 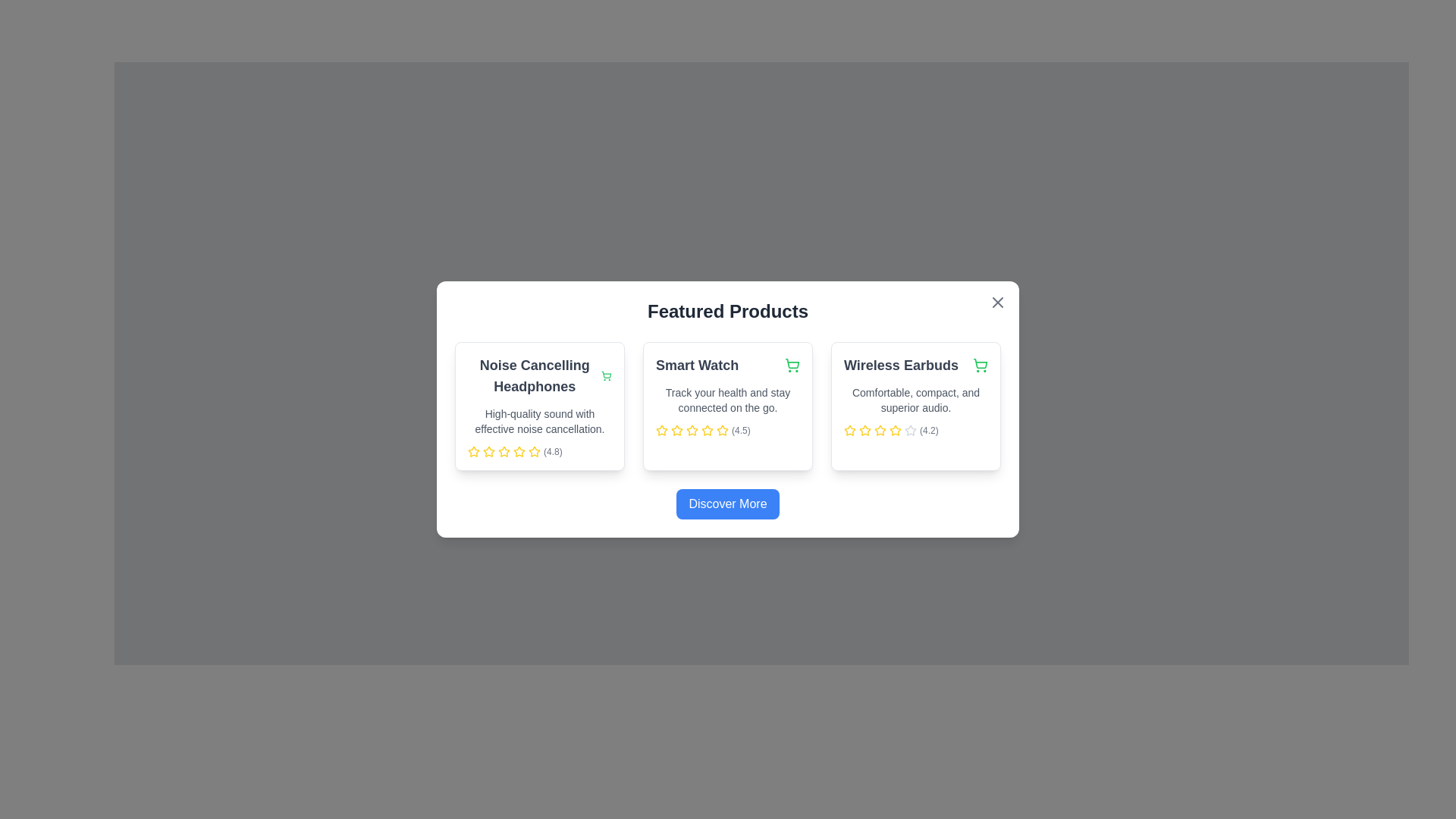 What do you see at coordinates (728, 400) in the screenshot?
I see `descriptive text about the 'Smart Watch' product located in the second card under the title 'Smart Watch' and above the star icons` at bounding box center [728, 400].